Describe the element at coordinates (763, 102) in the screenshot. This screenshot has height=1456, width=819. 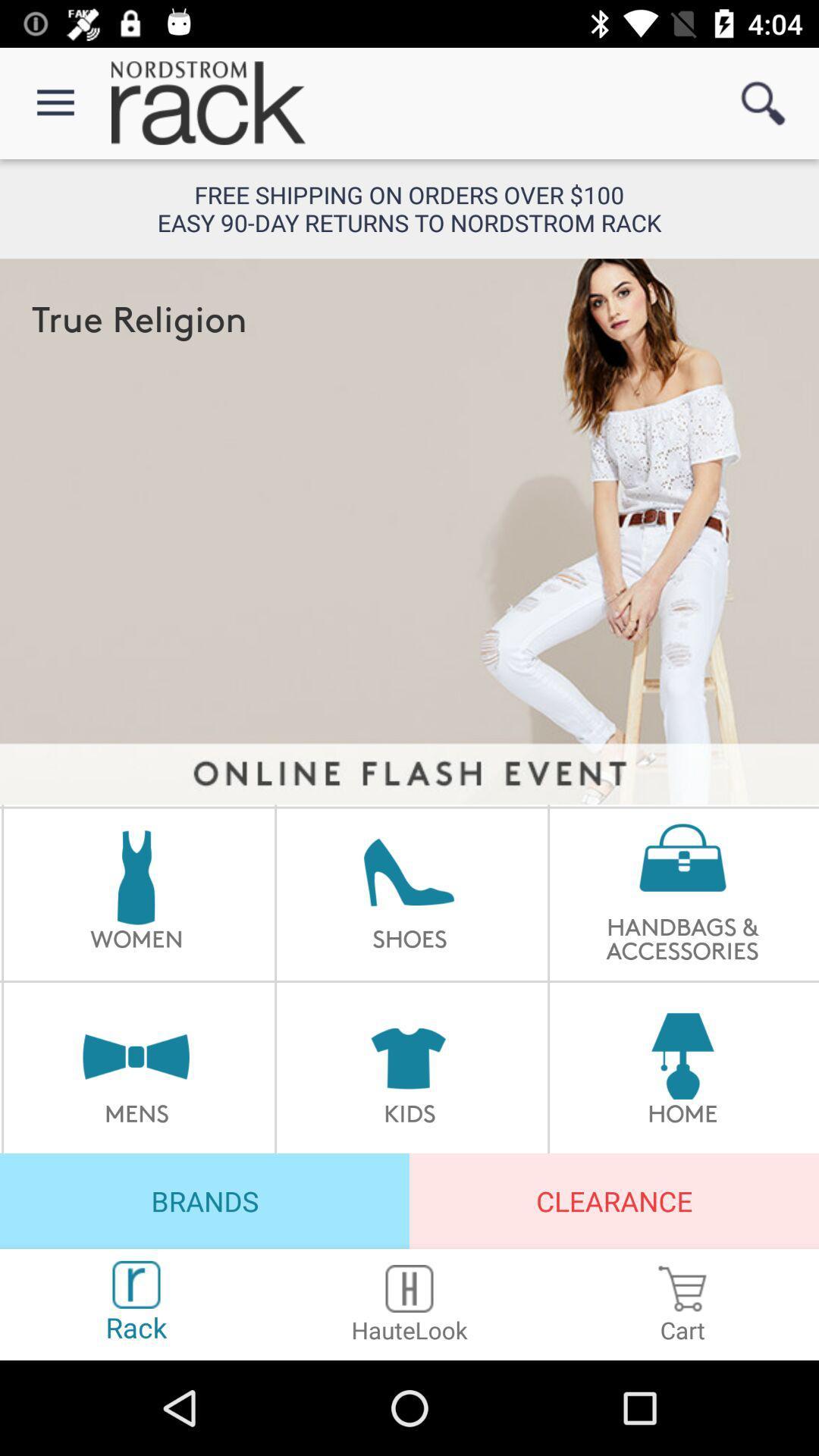
I see `the item to the right of the free shipping on` at that location.